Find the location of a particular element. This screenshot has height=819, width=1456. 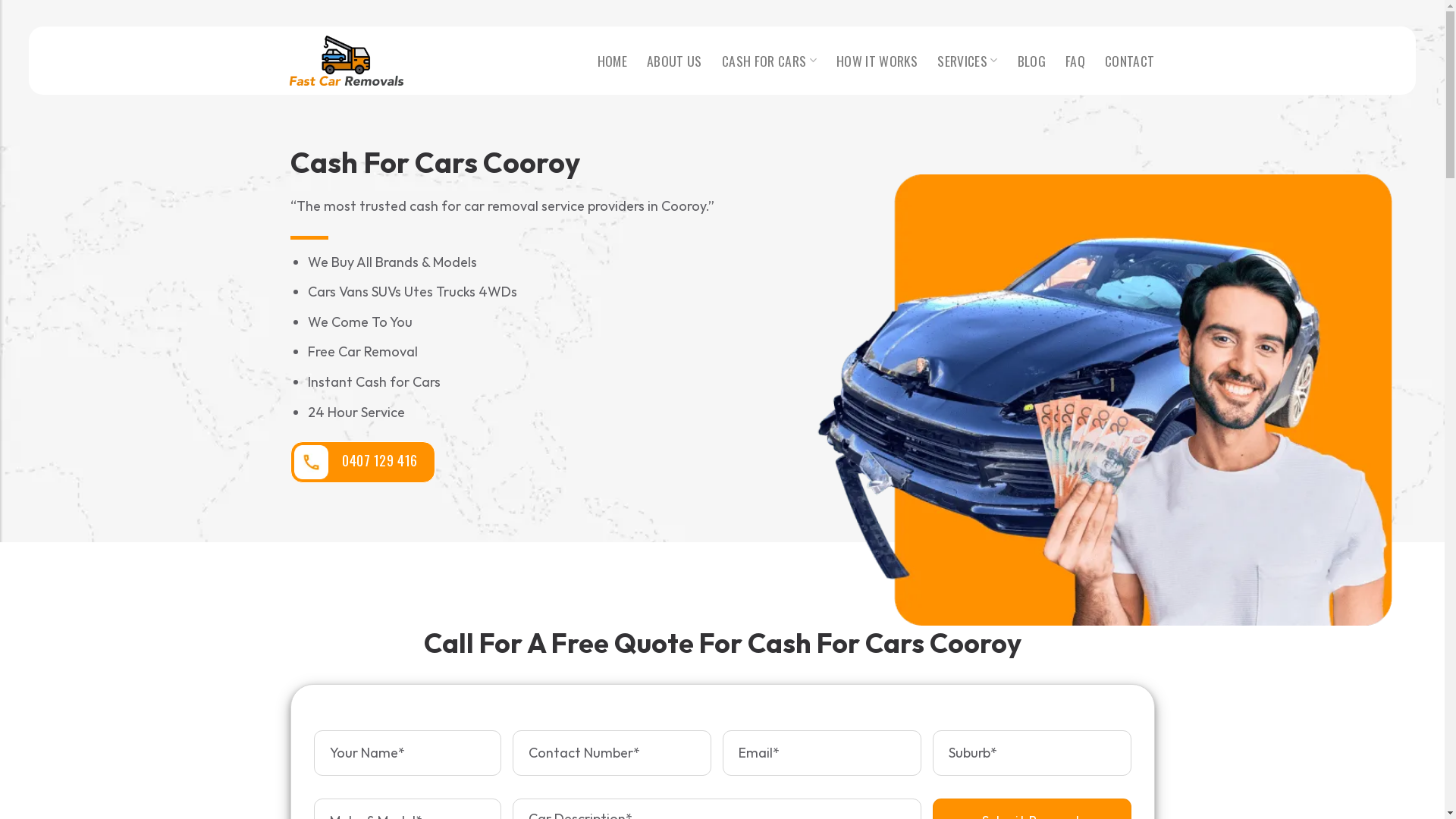

'HOW IT WORKS' is located at coordinates (836, 60).